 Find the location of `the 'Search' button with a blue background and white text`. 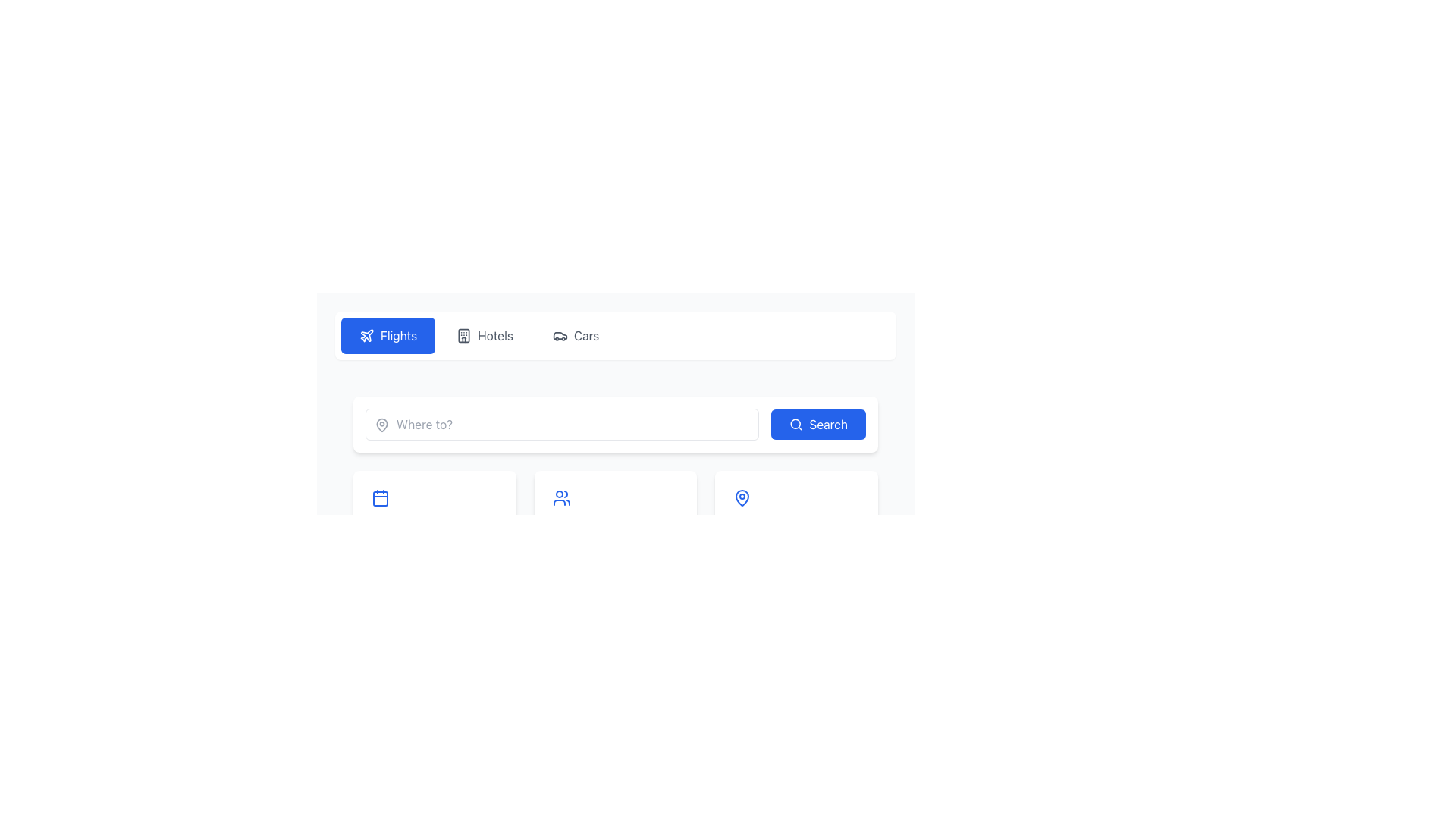

the 'Search' button with a blue background and white text is located at coordinates (817, 424).